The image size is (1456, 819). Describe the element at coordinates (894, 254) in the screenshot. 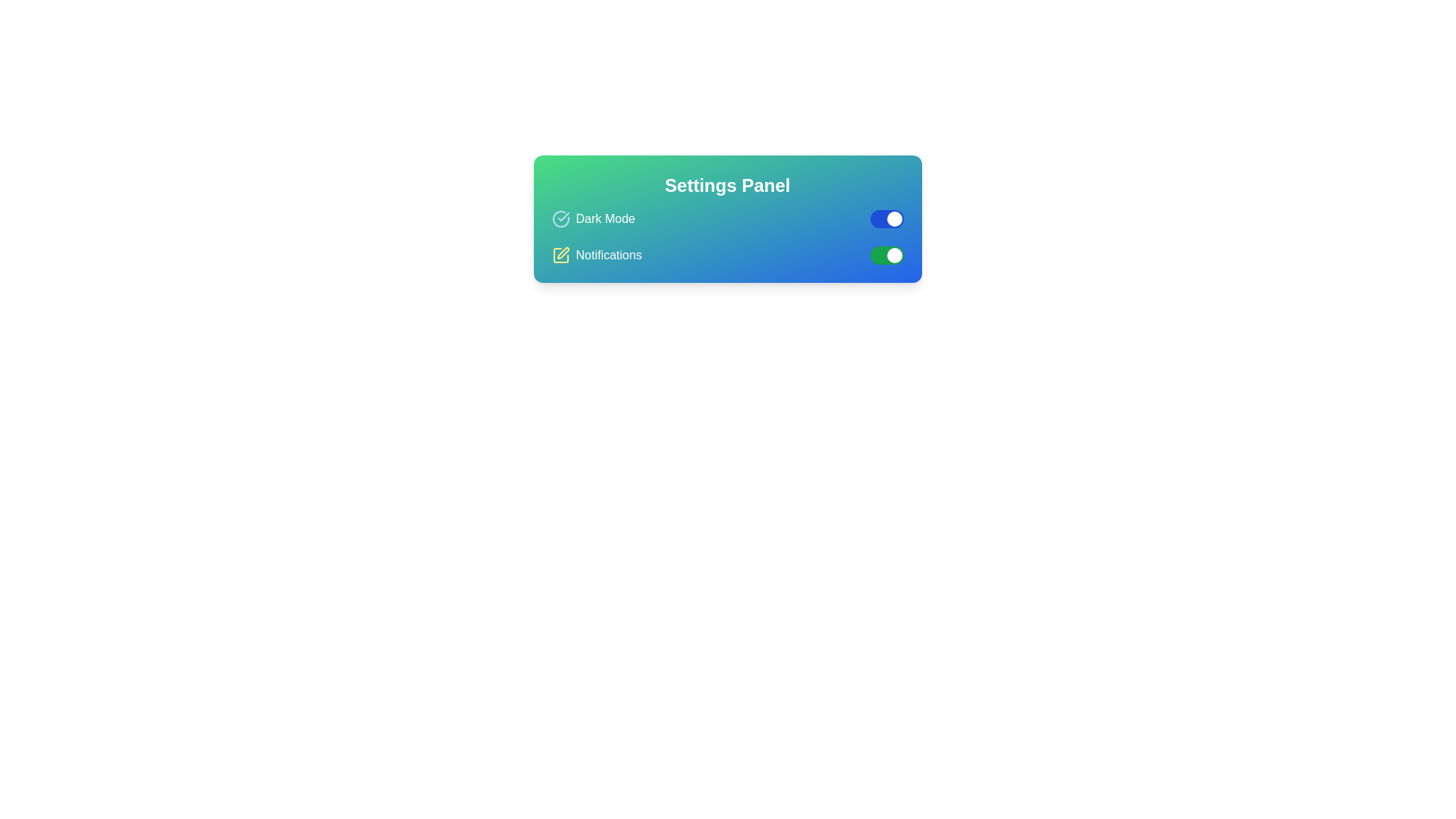

I see `the toggle switch thumb for the 'Notifications' option in the Settings Panel to change its position and activate or deactivate notifications` at that location.